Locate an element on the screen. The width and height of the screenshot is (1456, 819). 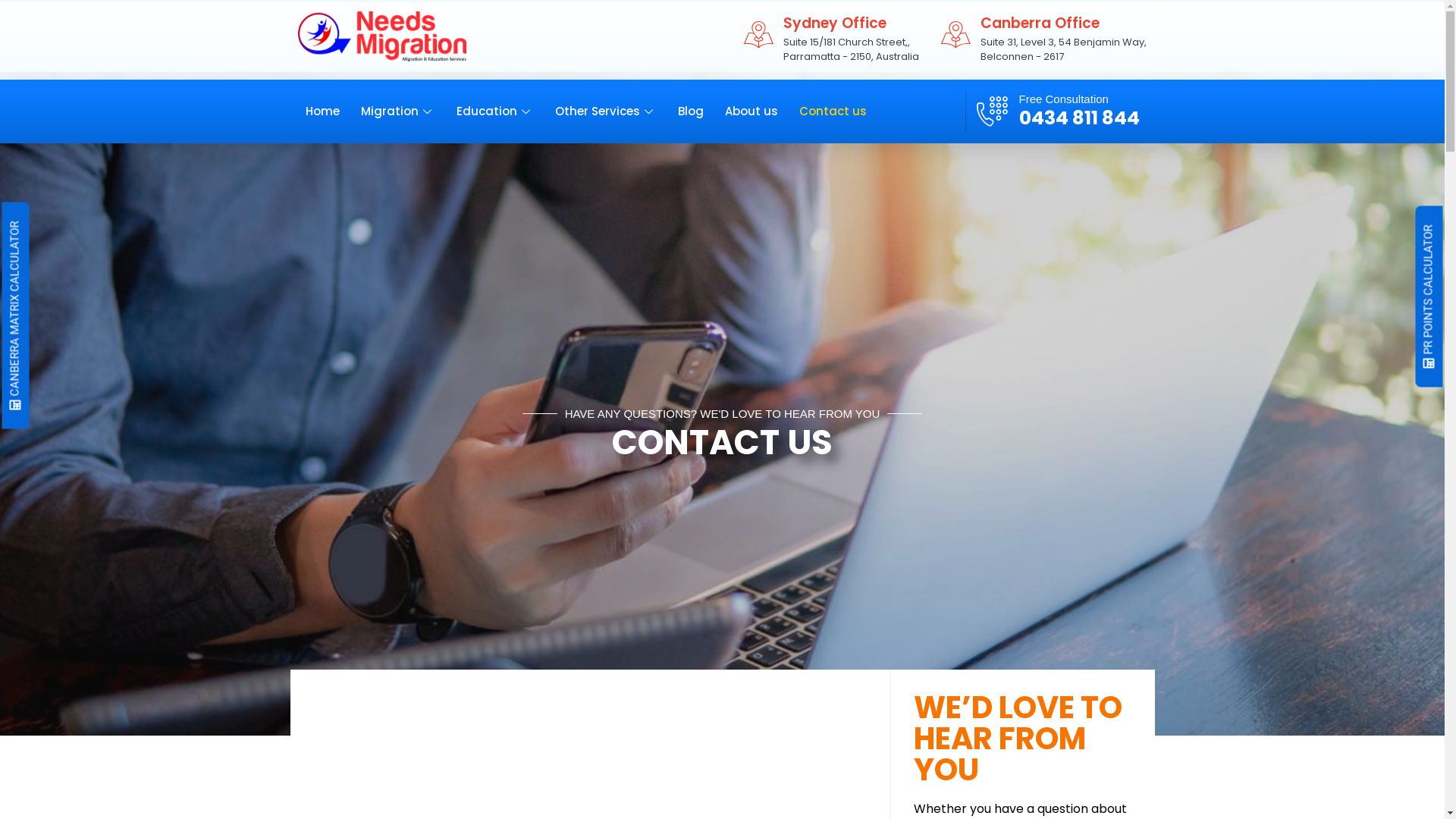
'Other Services' is located at coordinates (616, 110).